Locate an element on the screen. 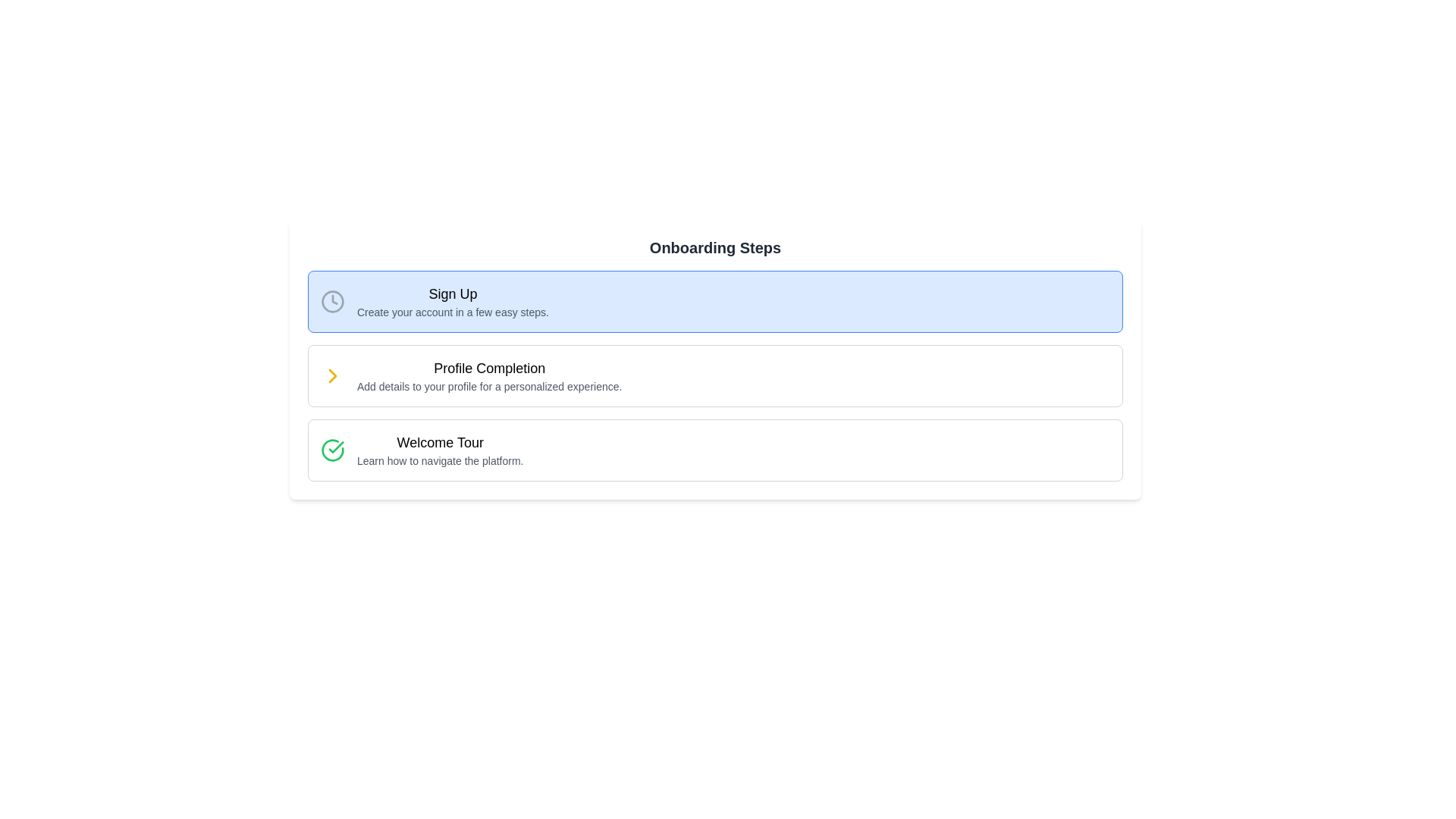  the 'Sign Up' text block with a blue background that contains the text 'Sign Up' and 'Create your account in a few easy steps.' is located at coordinates (452, 301).